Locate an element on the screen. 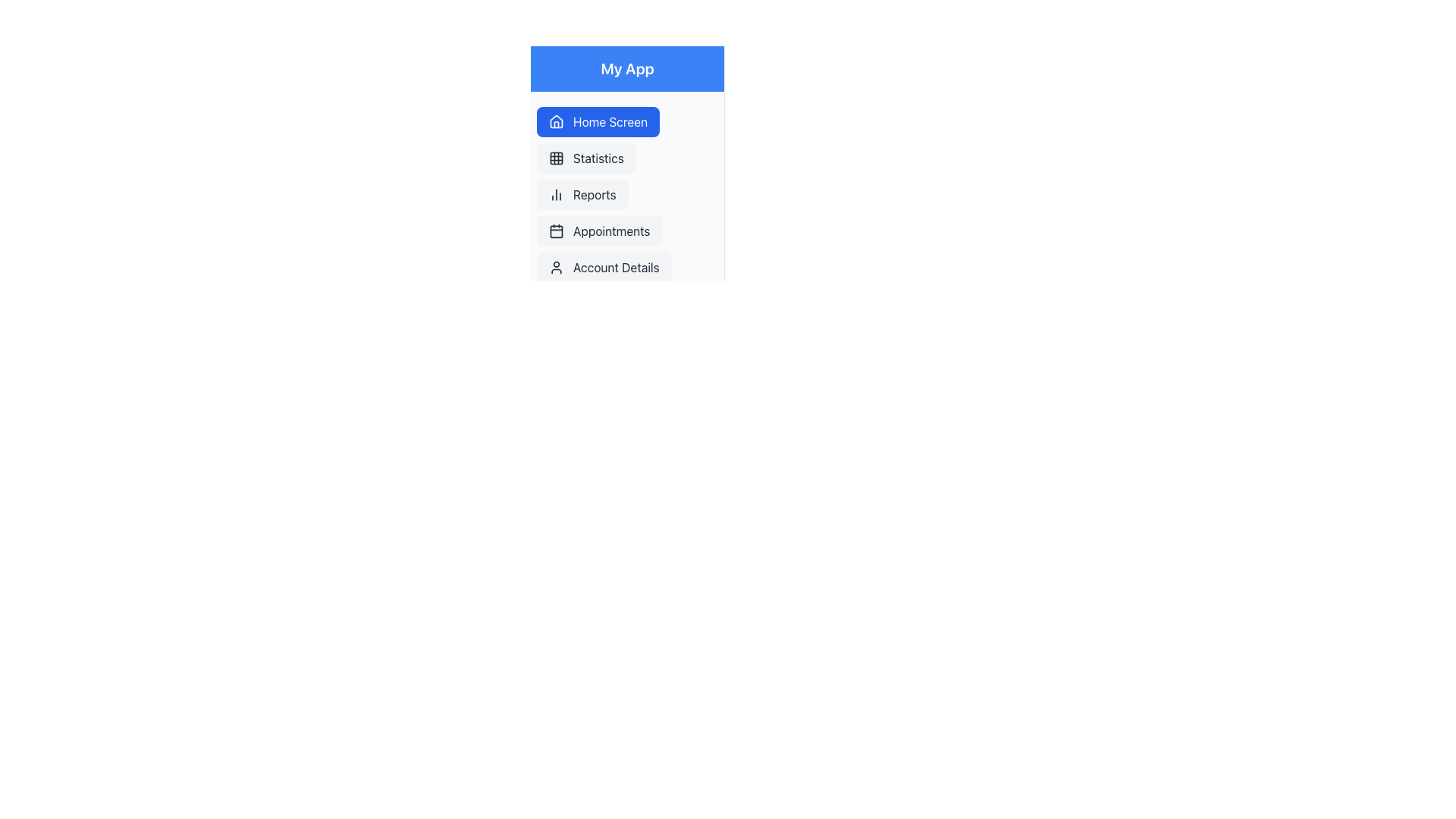 The width and height of the screenshot is (1456, 819). the branding label for the application identified by the text 'My App', located at the top of the vertical menu layout is located at coordinates (627, 69).